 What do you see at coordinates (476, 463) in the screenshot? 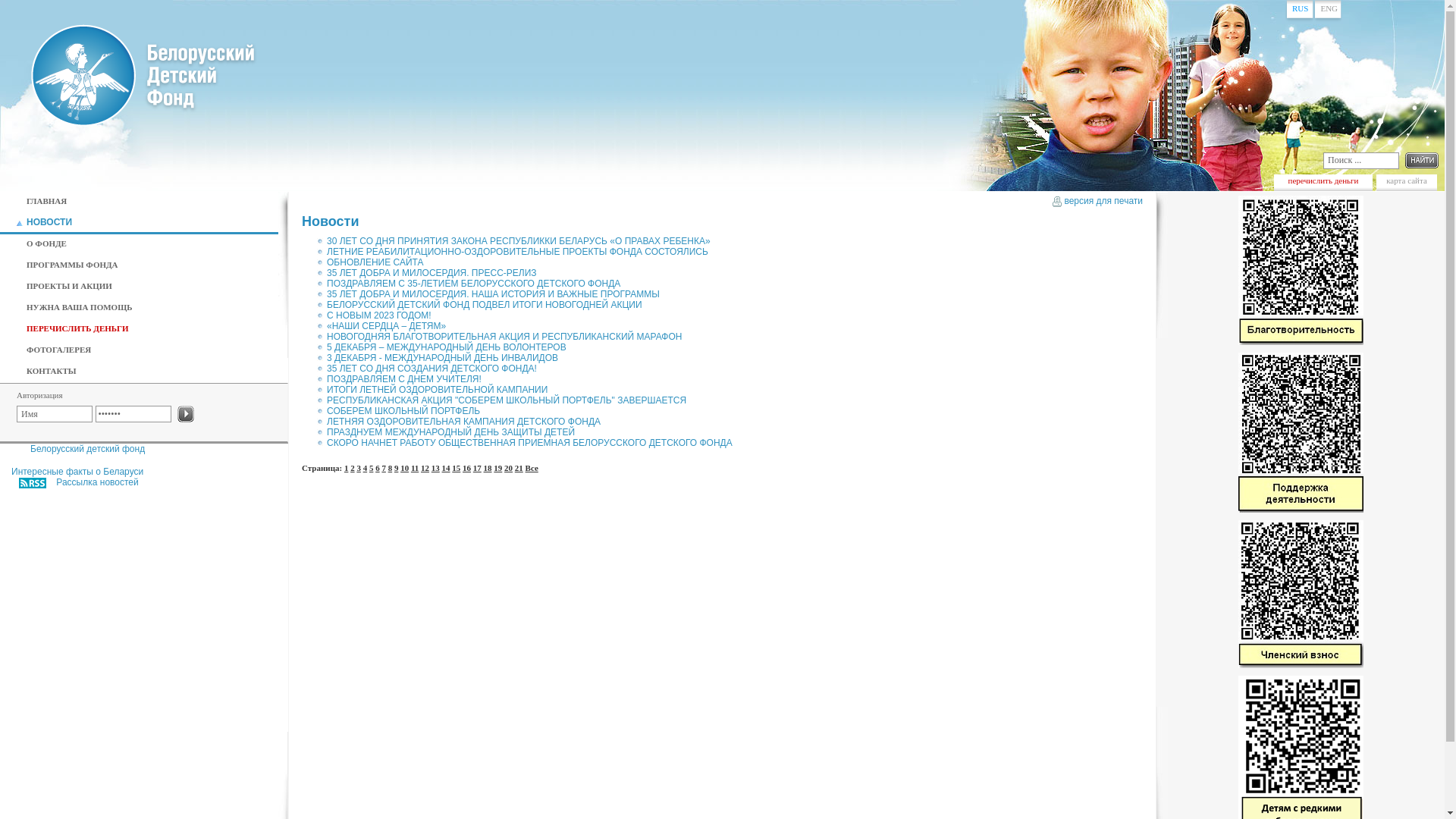
I see `'17'` at bounding box center [476, 463].